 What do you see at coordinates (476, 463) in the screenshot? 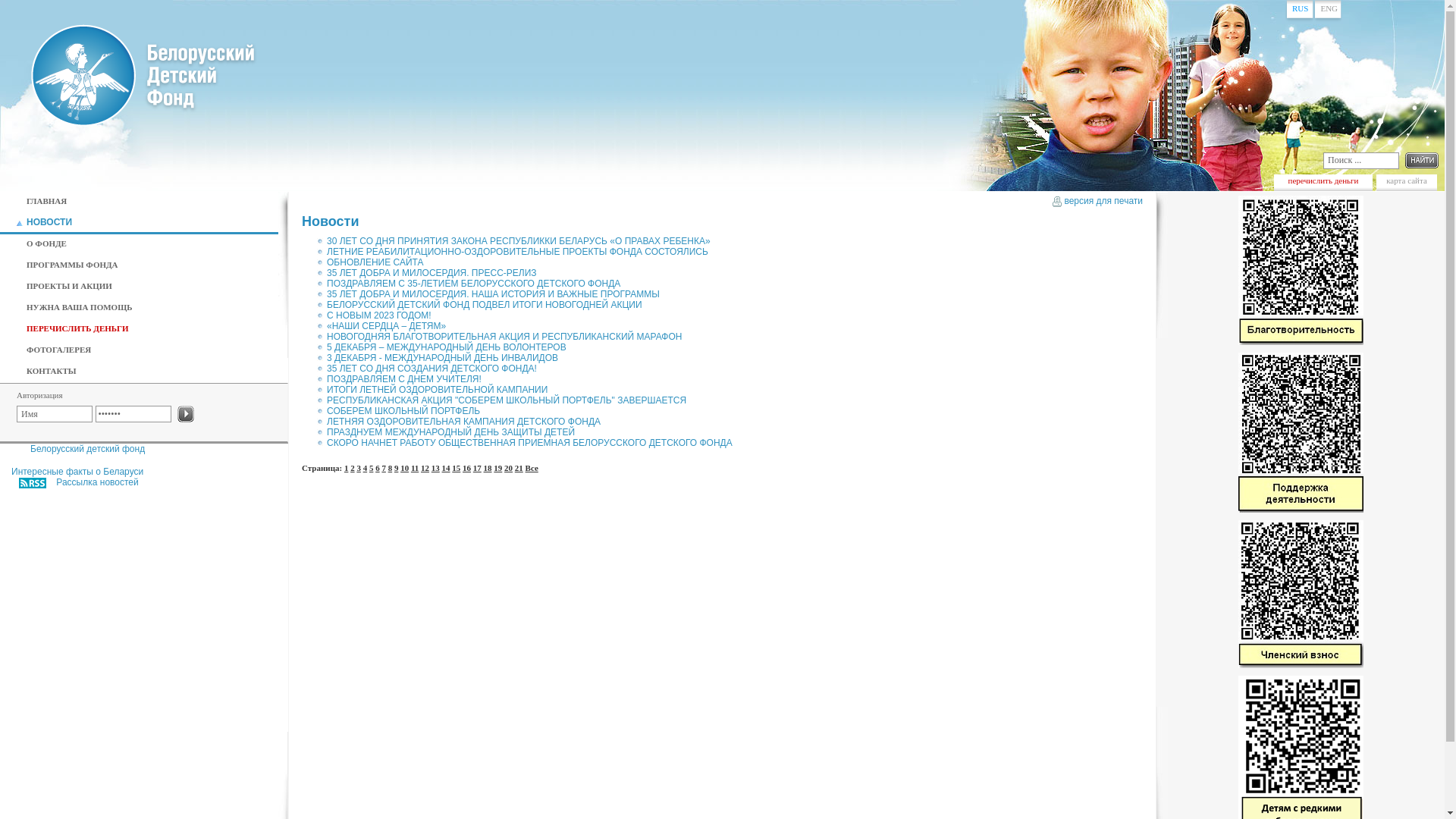
I see `'17'` at bounding box center [476, 463].